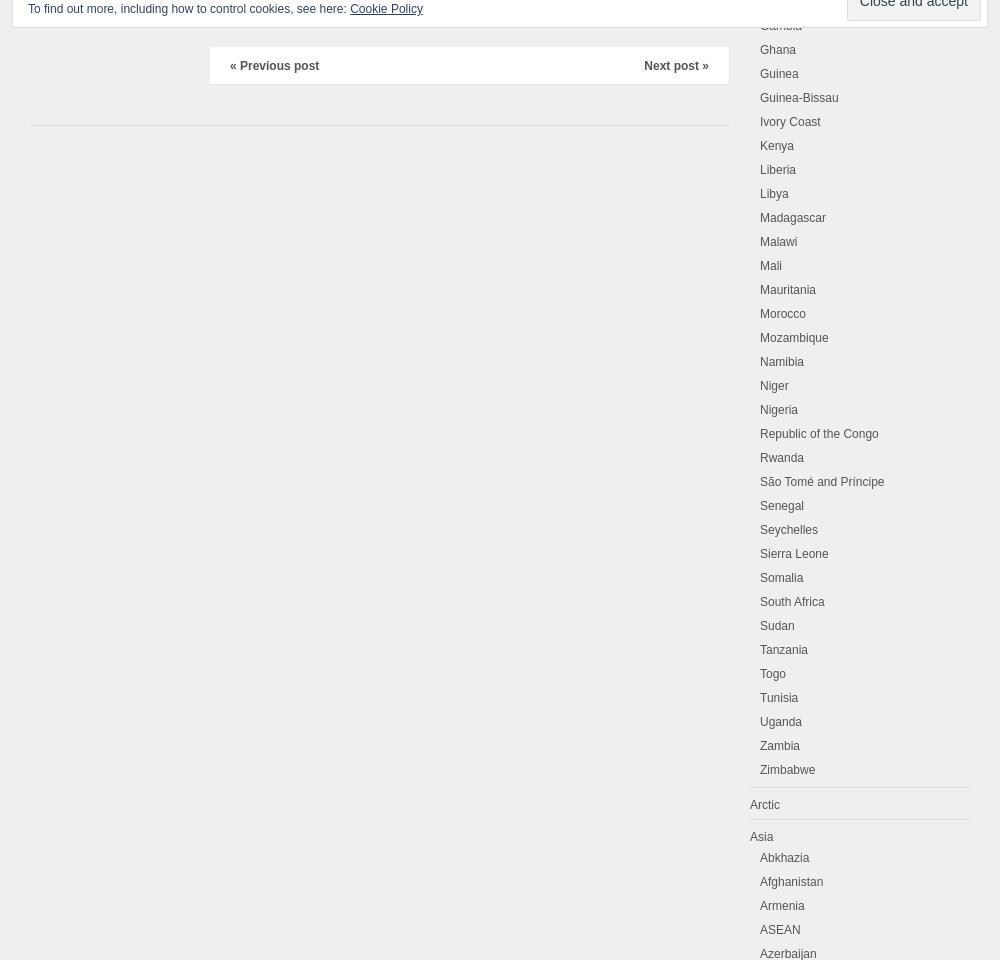  What do you see at coordinates (778, 169) in the screenshot?
I see `'Liberia'` at bounding box center [778, 169].